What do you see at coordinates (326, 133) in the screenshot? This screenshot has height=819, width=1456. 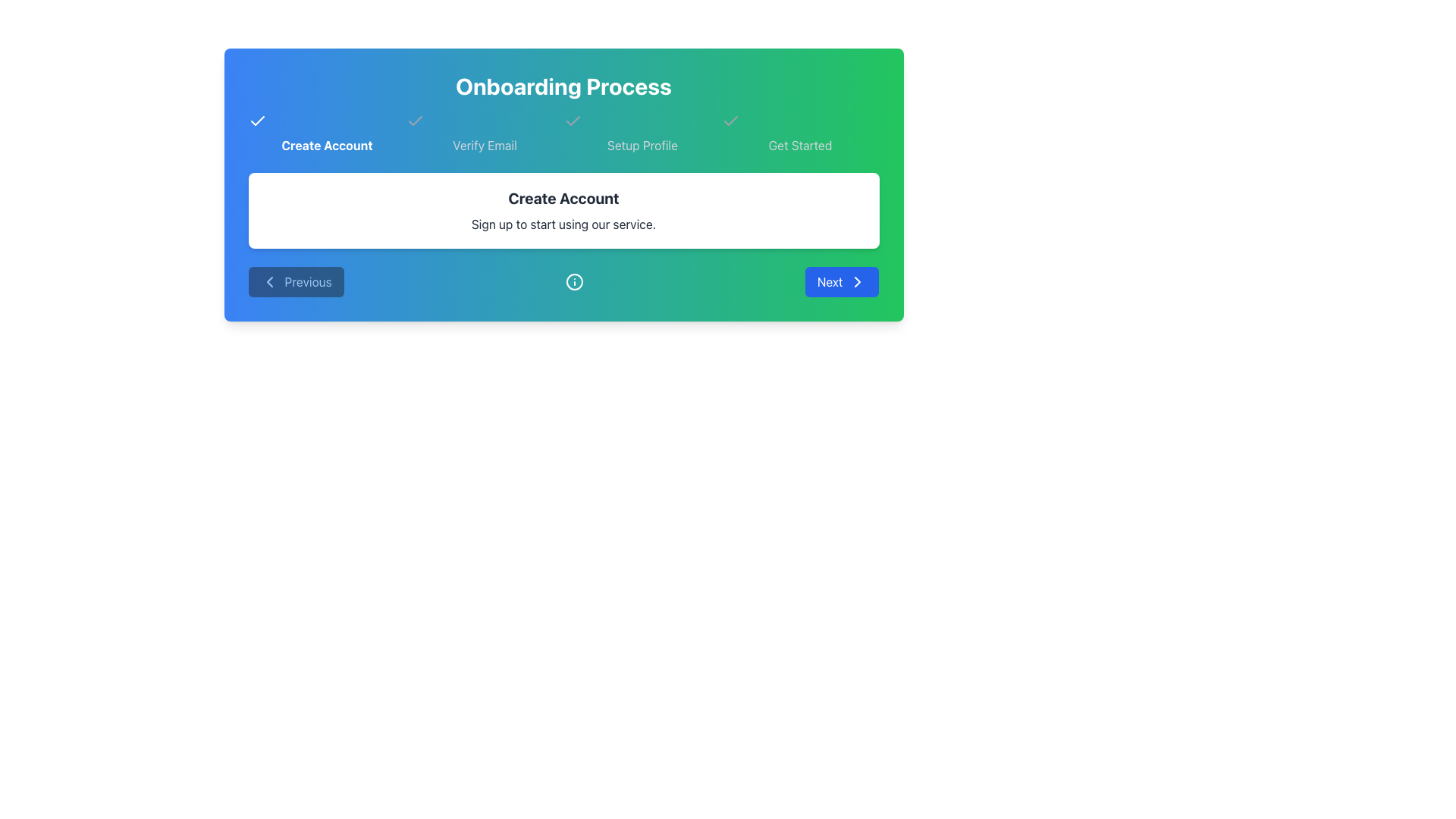 I see `the first step text label in the navigation bar that indicates progress in the onboarding process` at bounding box center [326, 133].